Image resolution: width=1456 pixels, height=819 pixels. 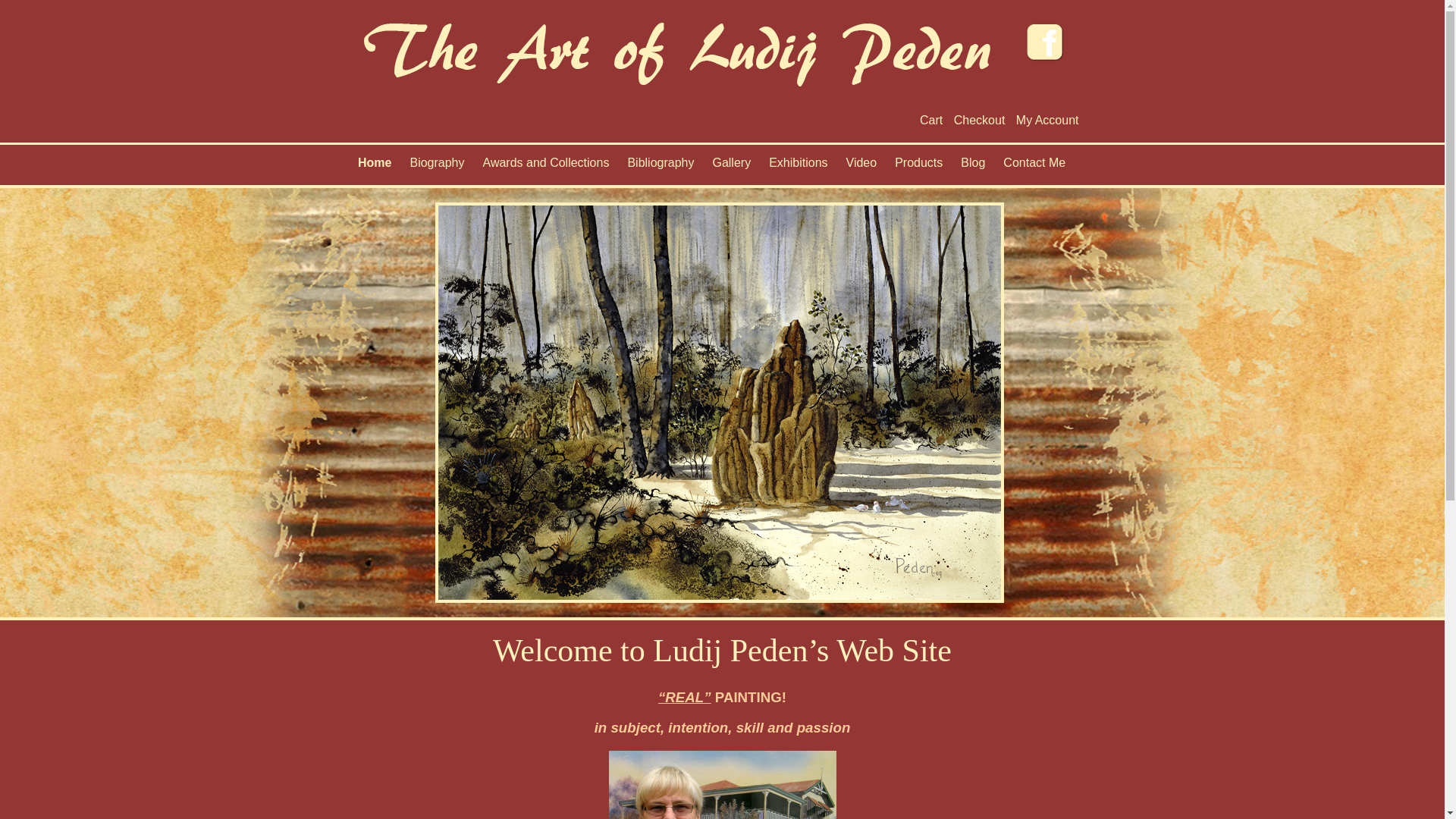 What do you see at coordinates (545, 166) in the screenshot?
I see `'Awards and Collections'` at bounding box center [545, 166].